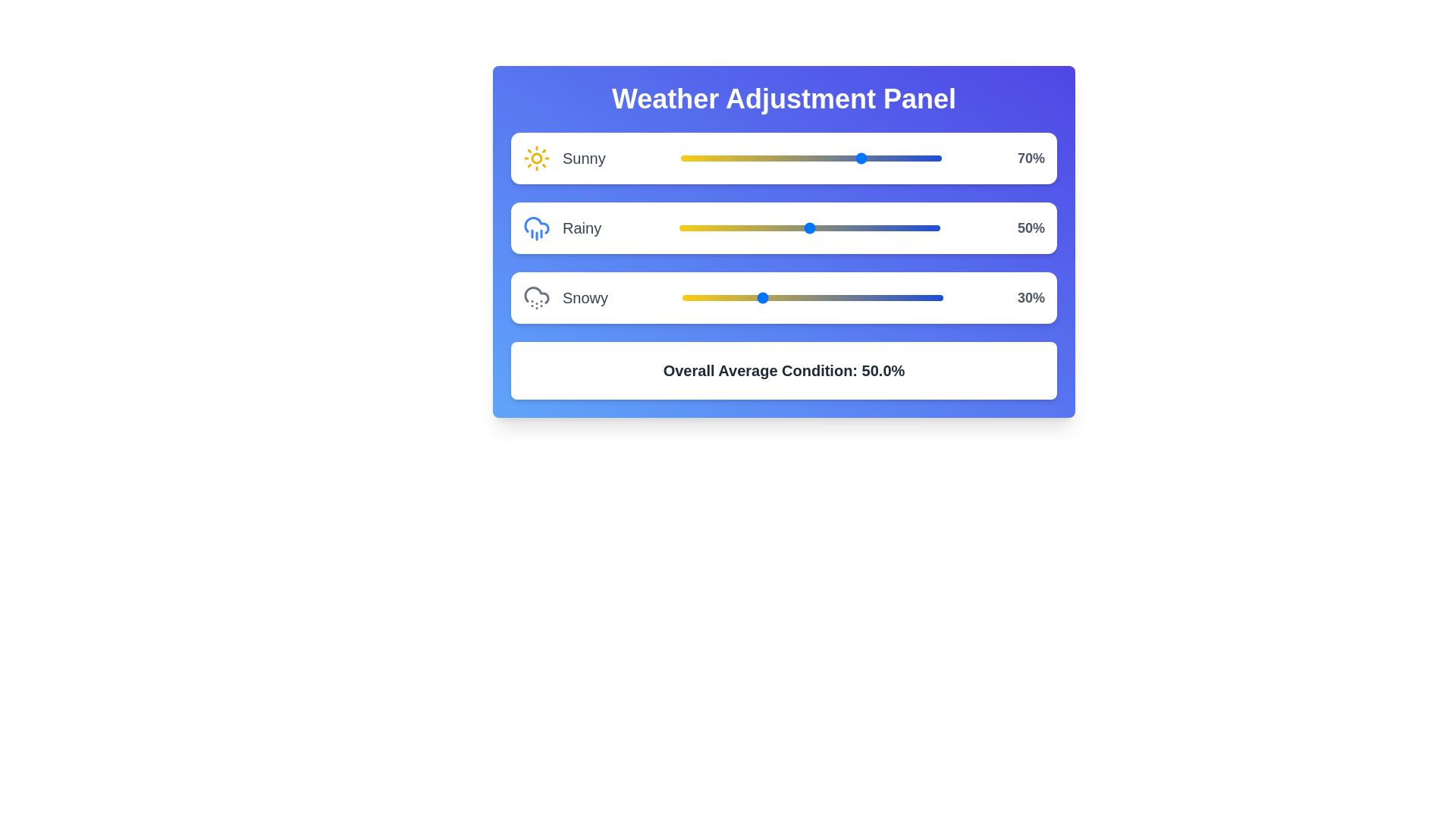  What do you see at coordinates (705, 298) in the screenshot?
I see `the snowy condition percentage` at bounding box center [705, 298].